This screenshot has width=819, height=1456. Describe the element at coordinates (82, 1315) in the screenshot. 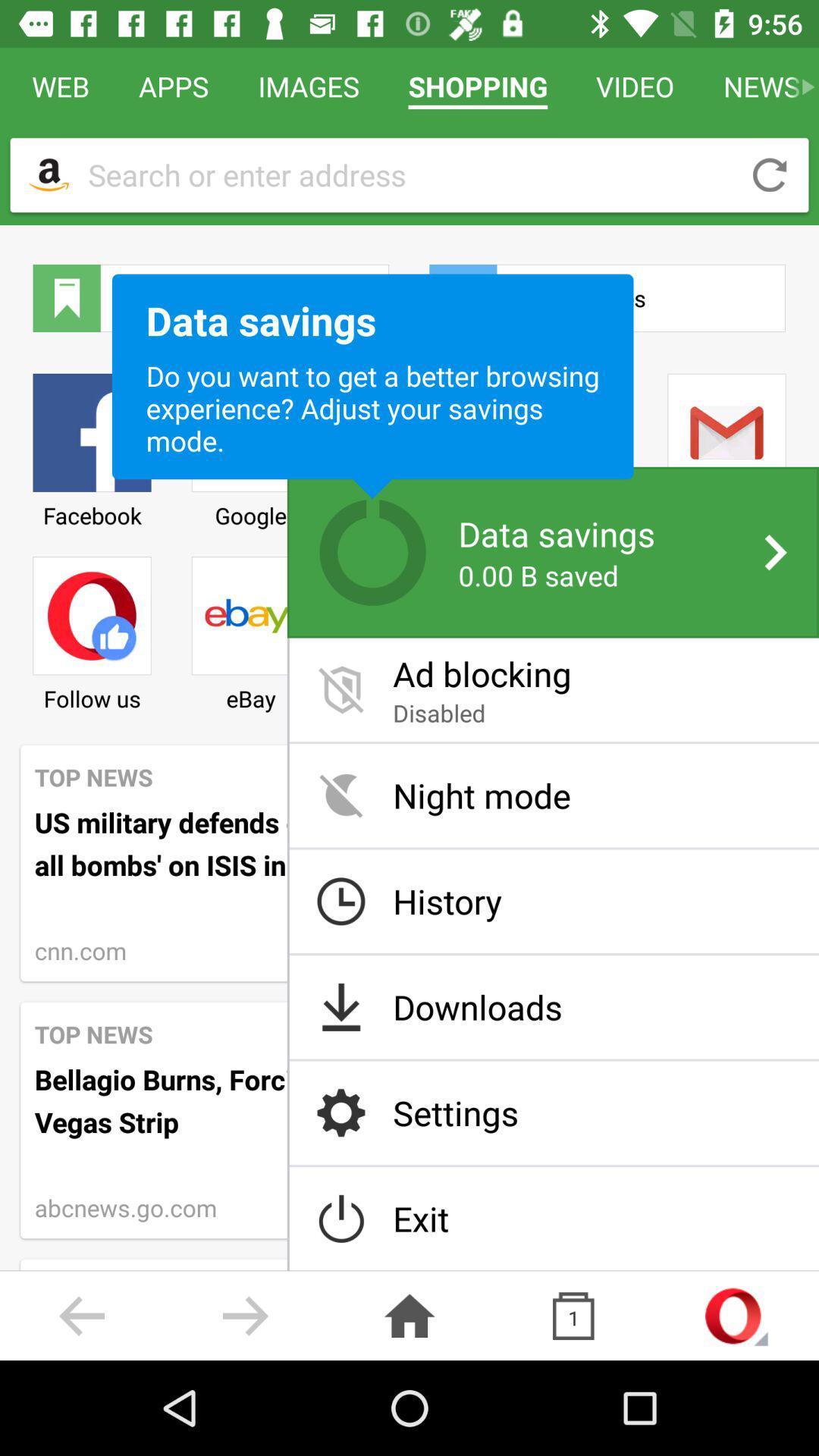

I see `the arrow_backward icon` at that location.